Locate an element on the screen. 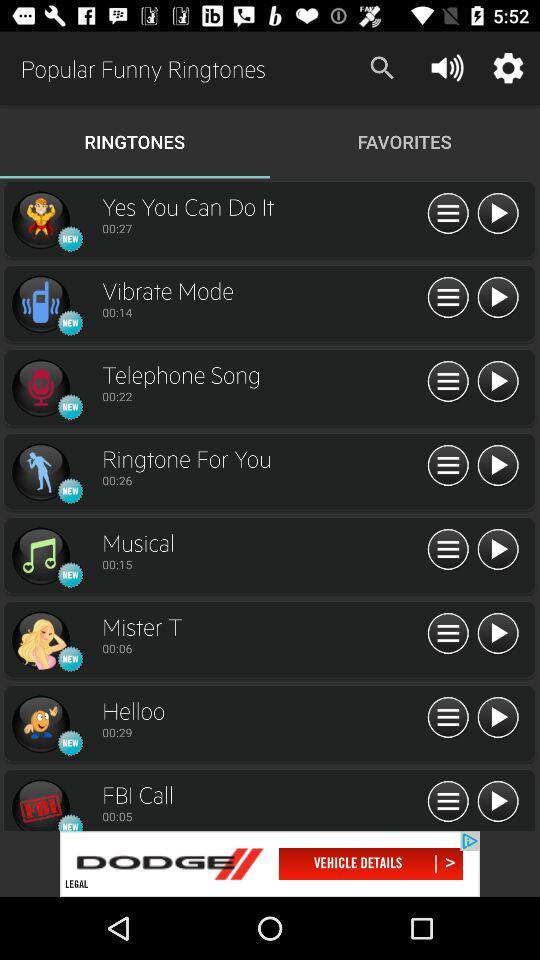 The height and width of the screenshot is (960, 540). menu icon is located at coordinates (448, 297).